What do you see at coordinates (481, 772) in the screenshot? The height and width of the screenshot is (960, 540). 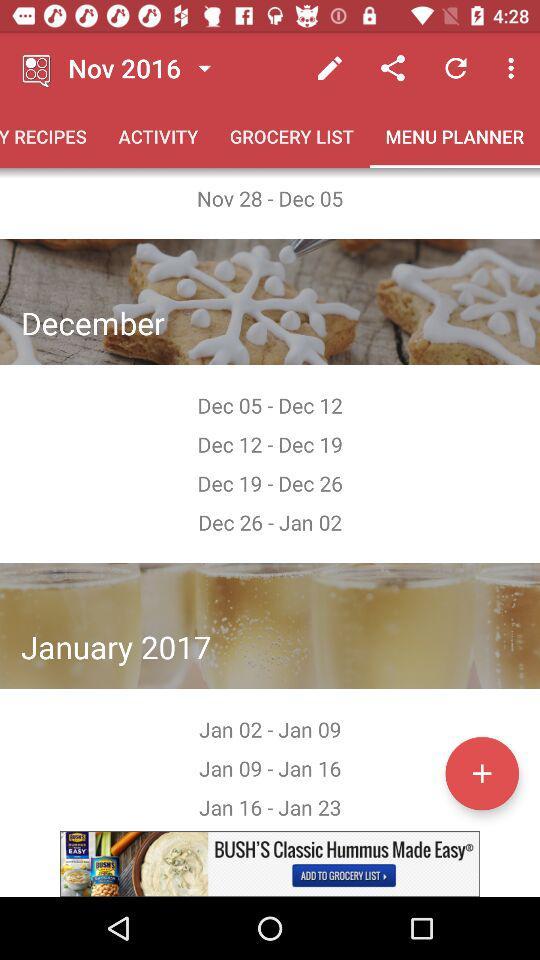 I see `increment button` at bounding box center [481, 772].